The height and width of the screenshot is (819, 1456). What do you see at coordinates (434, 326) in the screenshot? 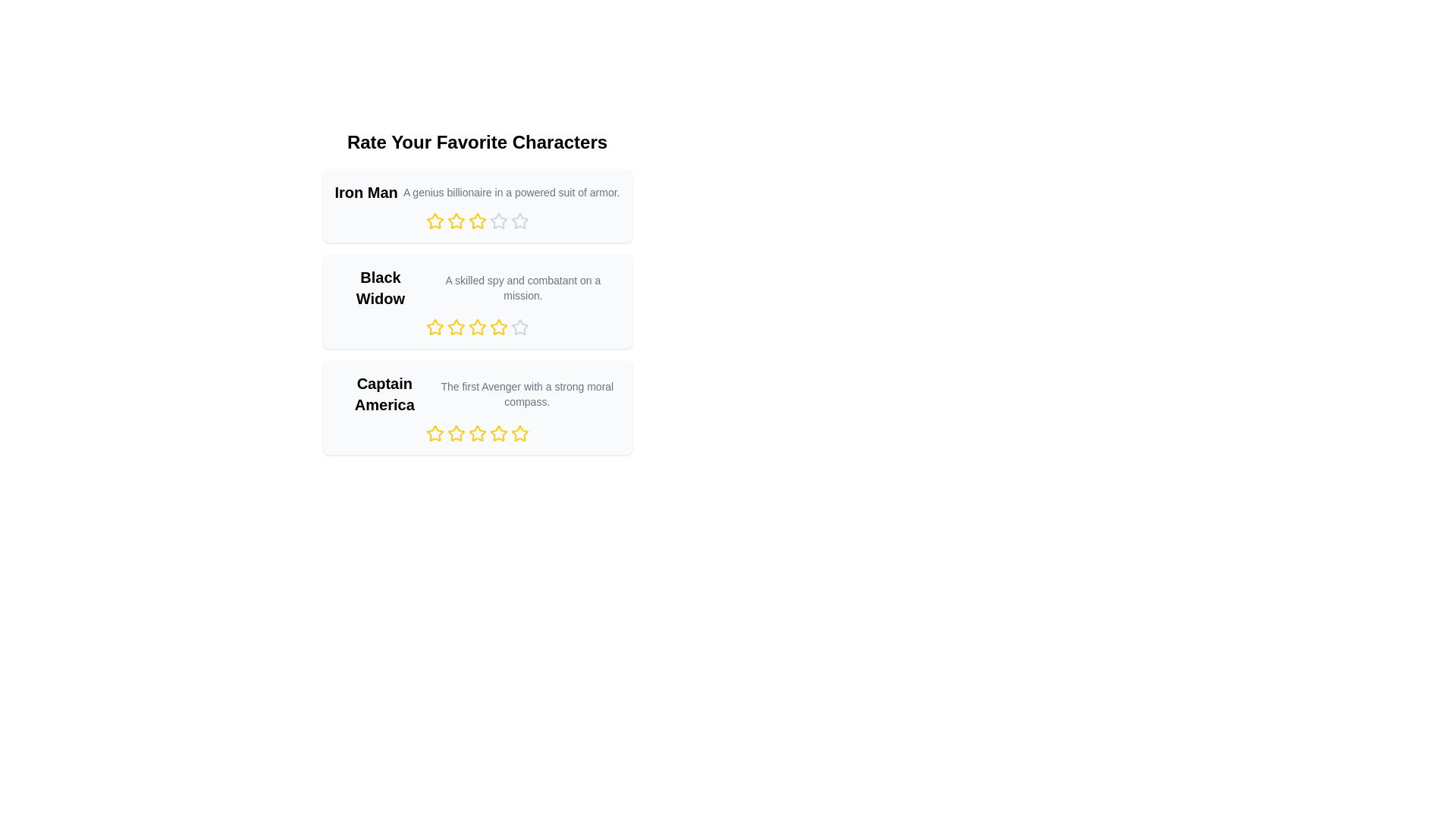
I see `the yellow star icon with a hollow center, which is the first star in the second row of the rating system below the text 'Black Widow'` at bounding box center [434, 326].